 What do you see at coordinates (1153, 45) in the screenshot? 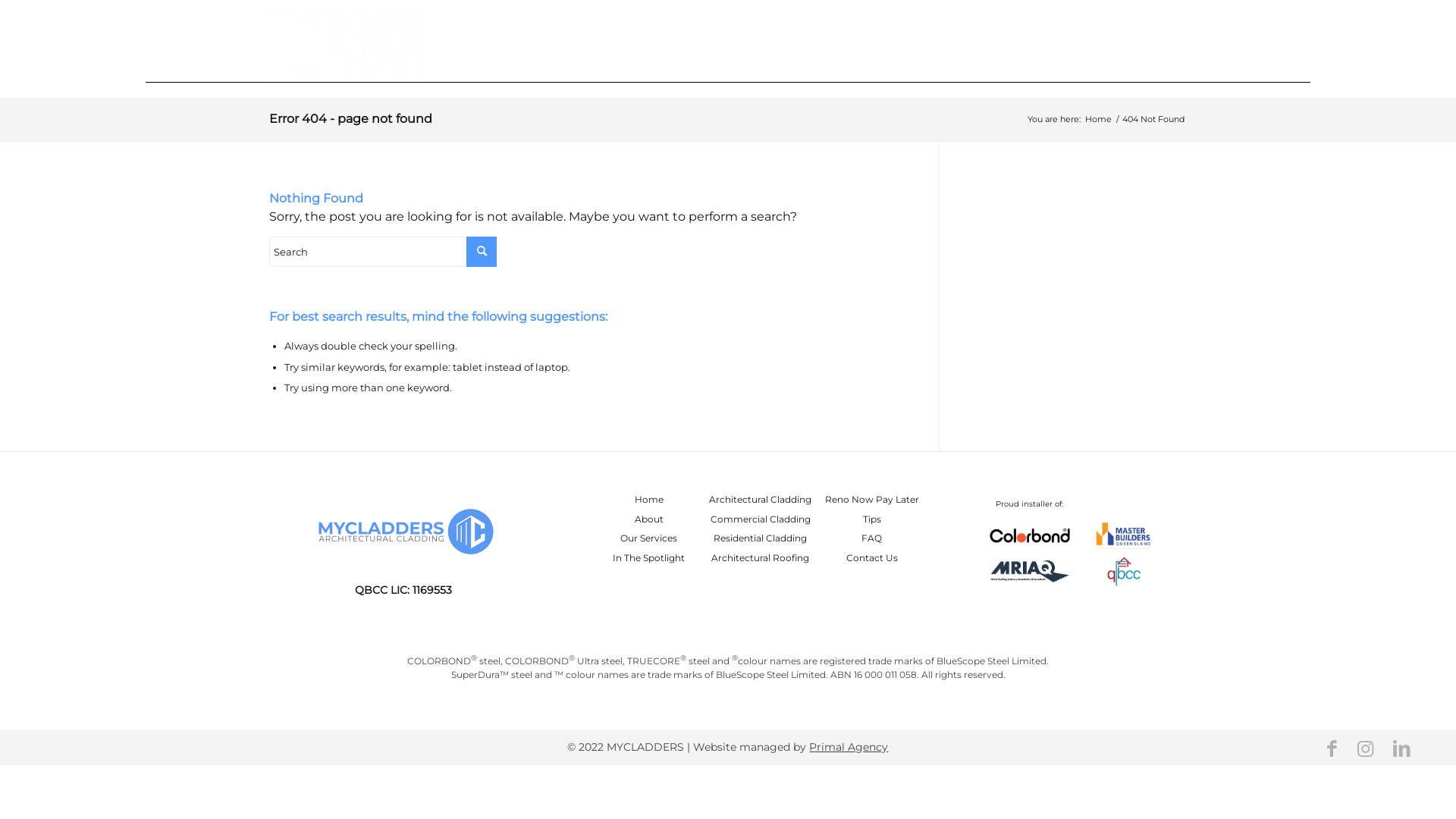
I see `'Contact Us'` at bounding box center [1153, 45].